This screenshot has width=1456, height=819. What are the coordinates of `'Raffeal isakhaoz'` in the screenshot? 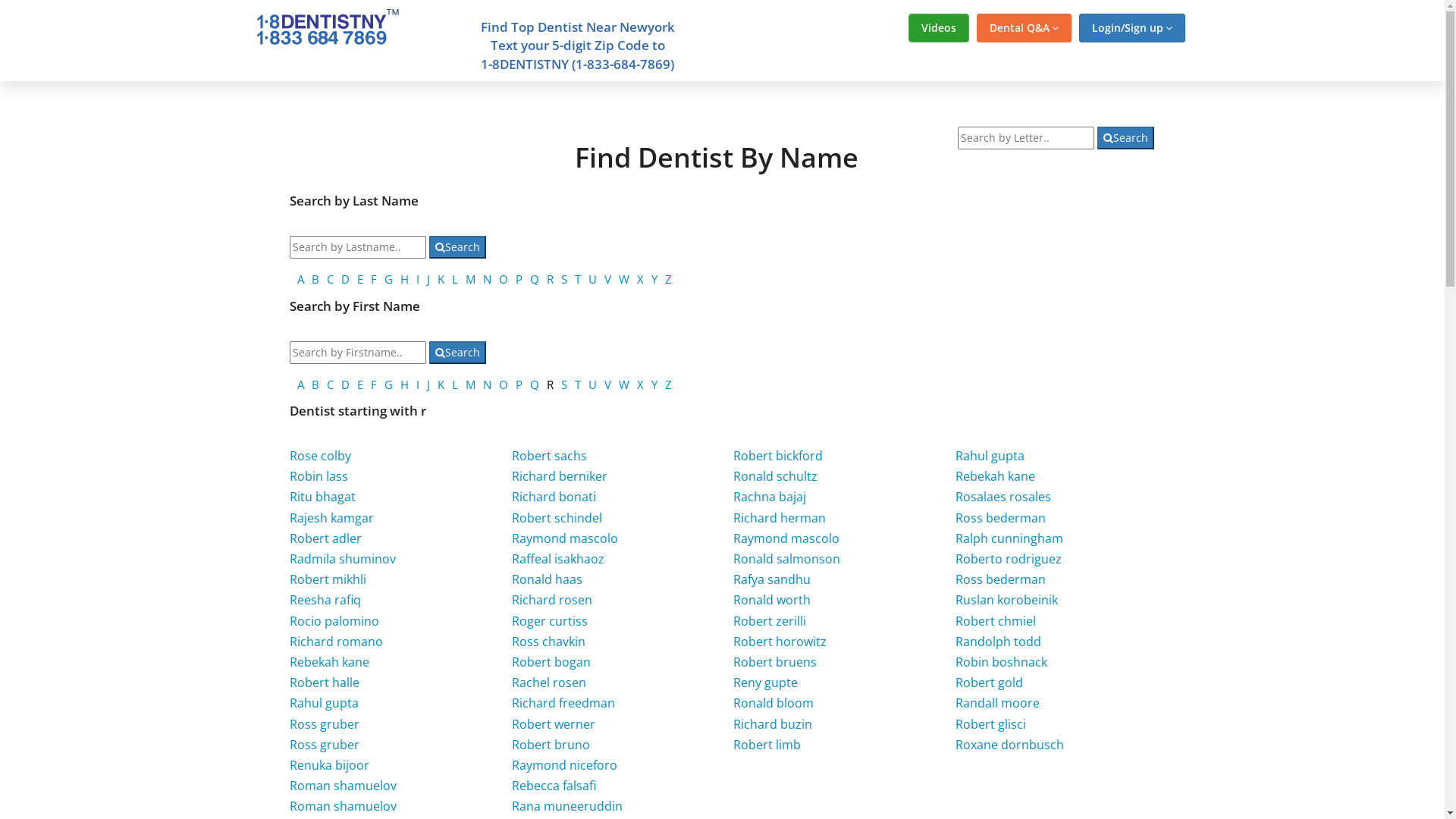 It's located at (557, 558).